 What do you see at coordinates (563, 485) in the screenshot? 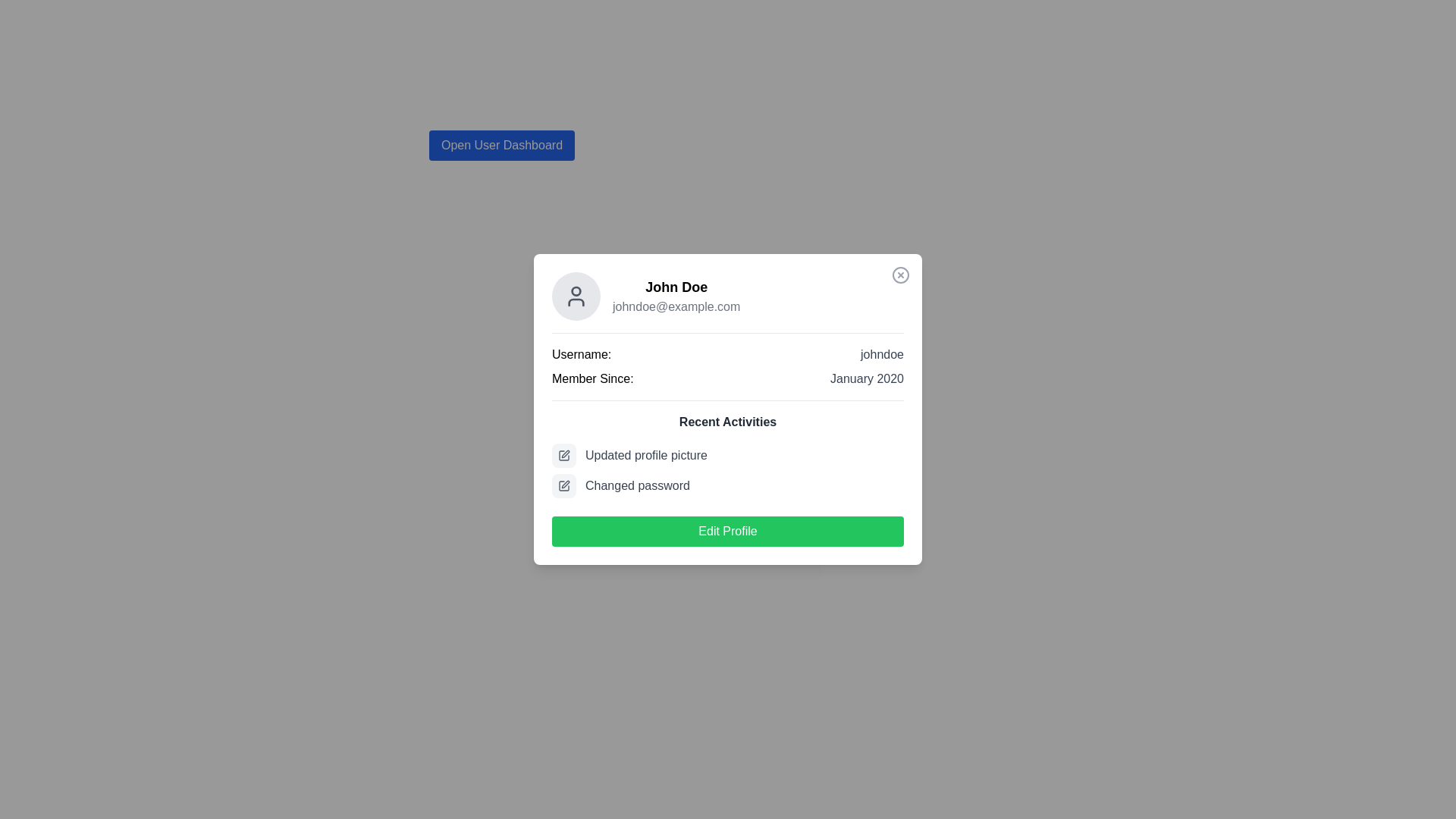
I see `the square icon button with a gray background and a pen icon, located to the left of the 'Changed password' text in the 'Recent Activities' section` at bounding box center [563, 485].